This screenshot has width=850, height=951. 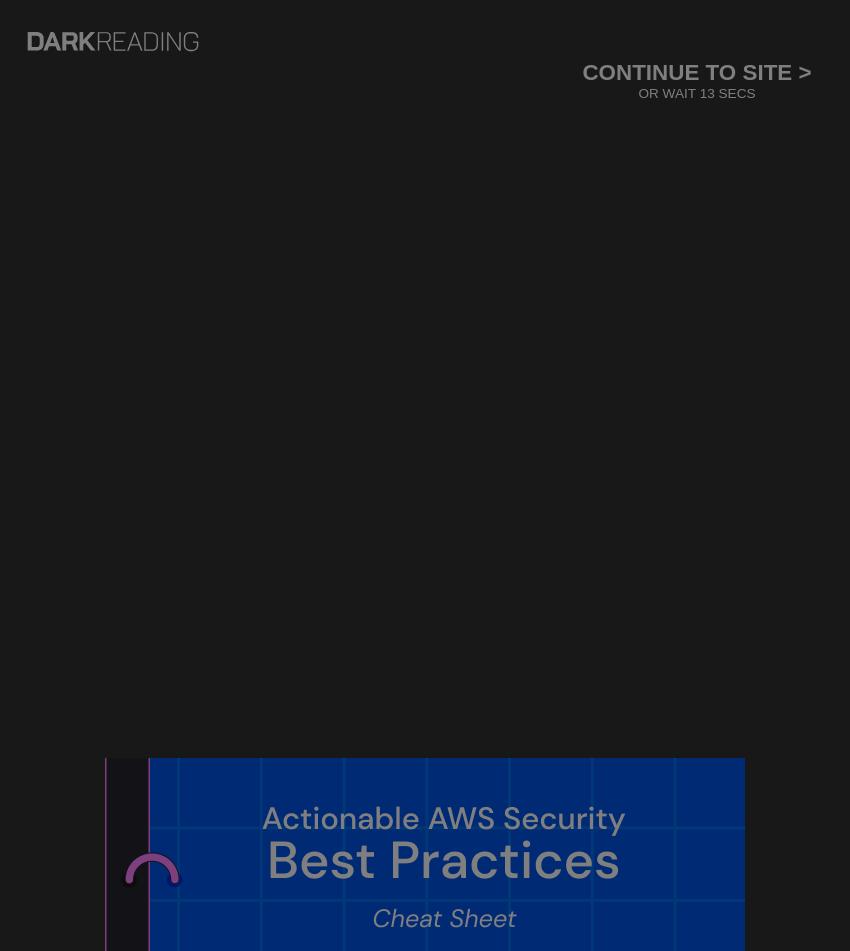 I want to click on 'Quick Hits', so click(x=408, y=353).